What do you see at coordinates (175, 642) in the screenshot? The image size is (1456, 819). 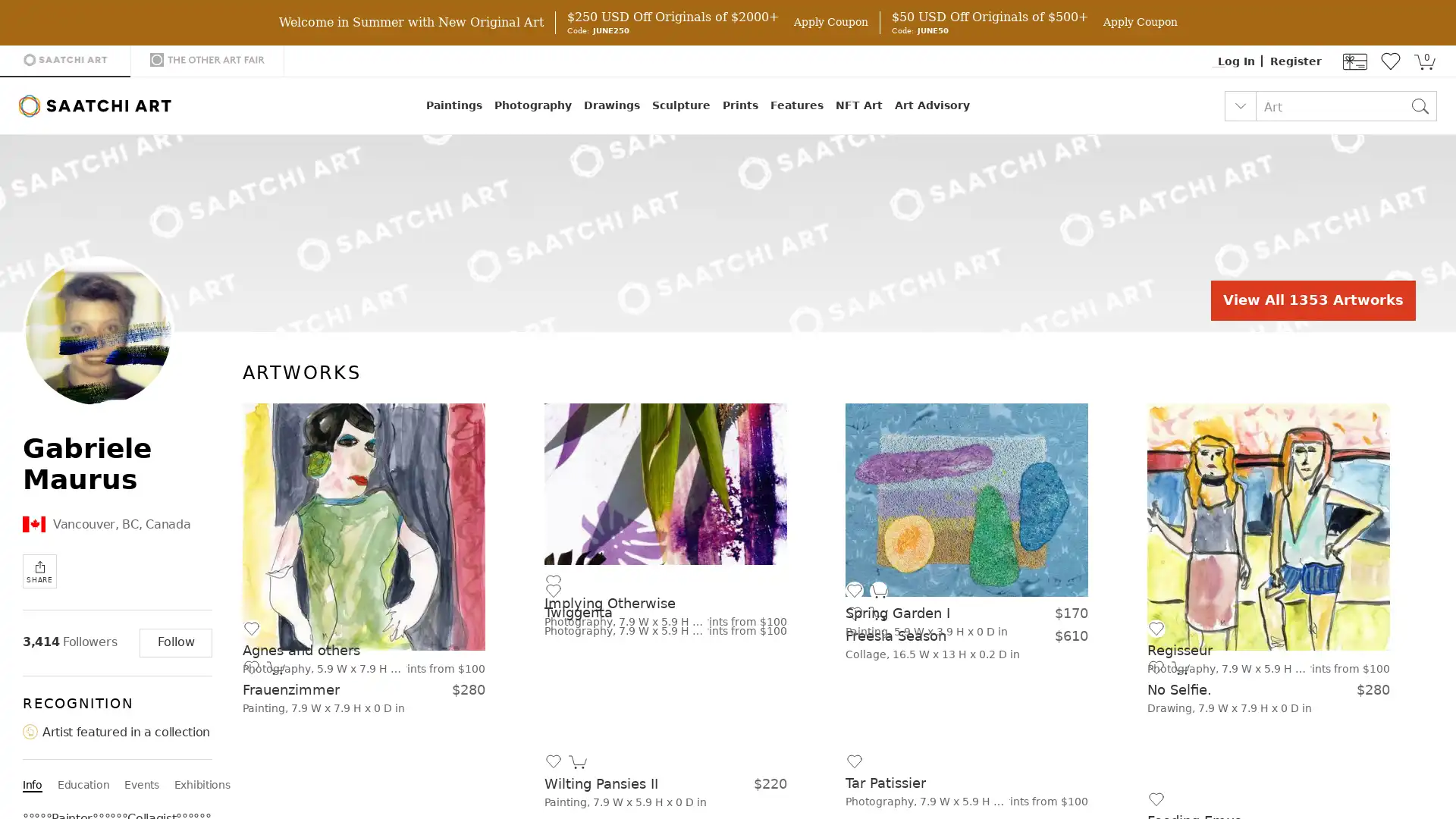 I see `Follow` at bounding box center [175, 642].